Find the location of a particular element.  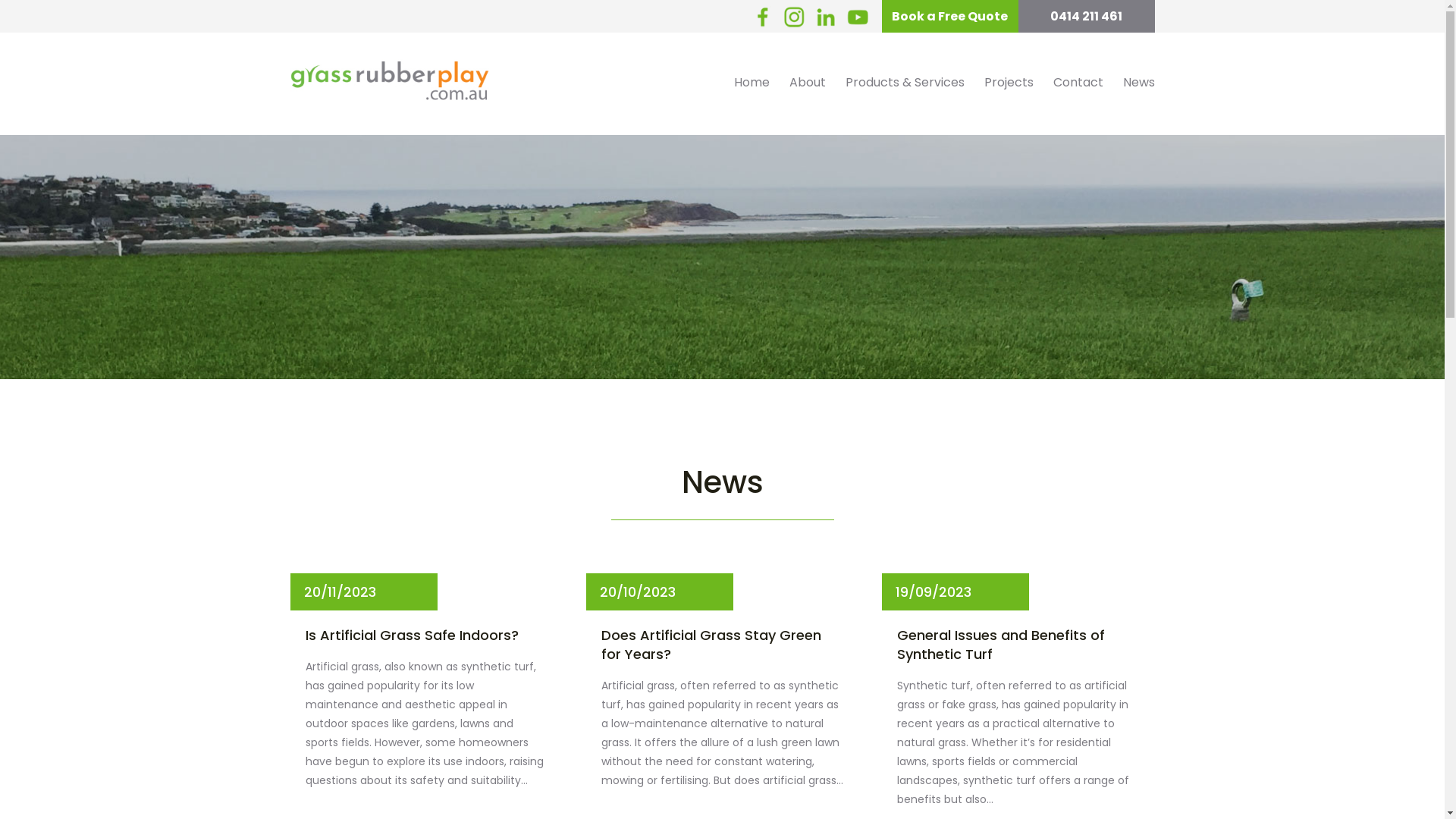

'Home' is located at coordinates (751, 82).